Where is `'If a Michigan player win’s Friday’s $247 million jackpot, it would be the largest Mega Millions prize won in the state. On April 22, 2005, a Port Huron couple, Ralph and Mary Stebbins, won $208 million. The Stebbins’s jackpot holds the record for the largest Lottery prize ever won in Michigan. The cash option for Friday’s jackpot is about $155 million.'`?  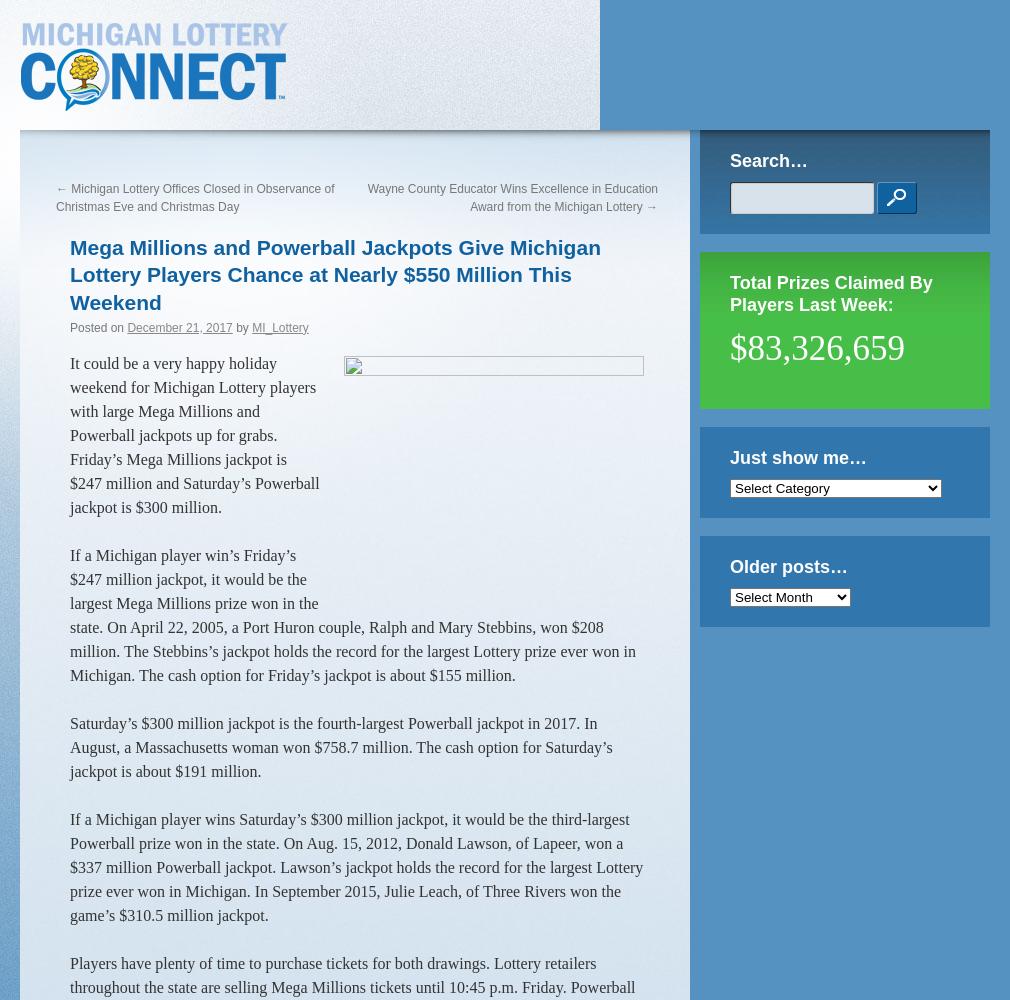
'If a Michigan player win’s Friday’s $247 million jackpot, it would be the largest Mega Millions prize won in the state. On April 22, 2005, a Port Huron couple, Ralph and Mary Stebbins, won $208 million. The Stebbins’s jackpot holds the record for the largest Lottery prize ever won in Michigan. The cash option for Friday’s jackpot is about $155 million.' is located at coordinates (68, 613).